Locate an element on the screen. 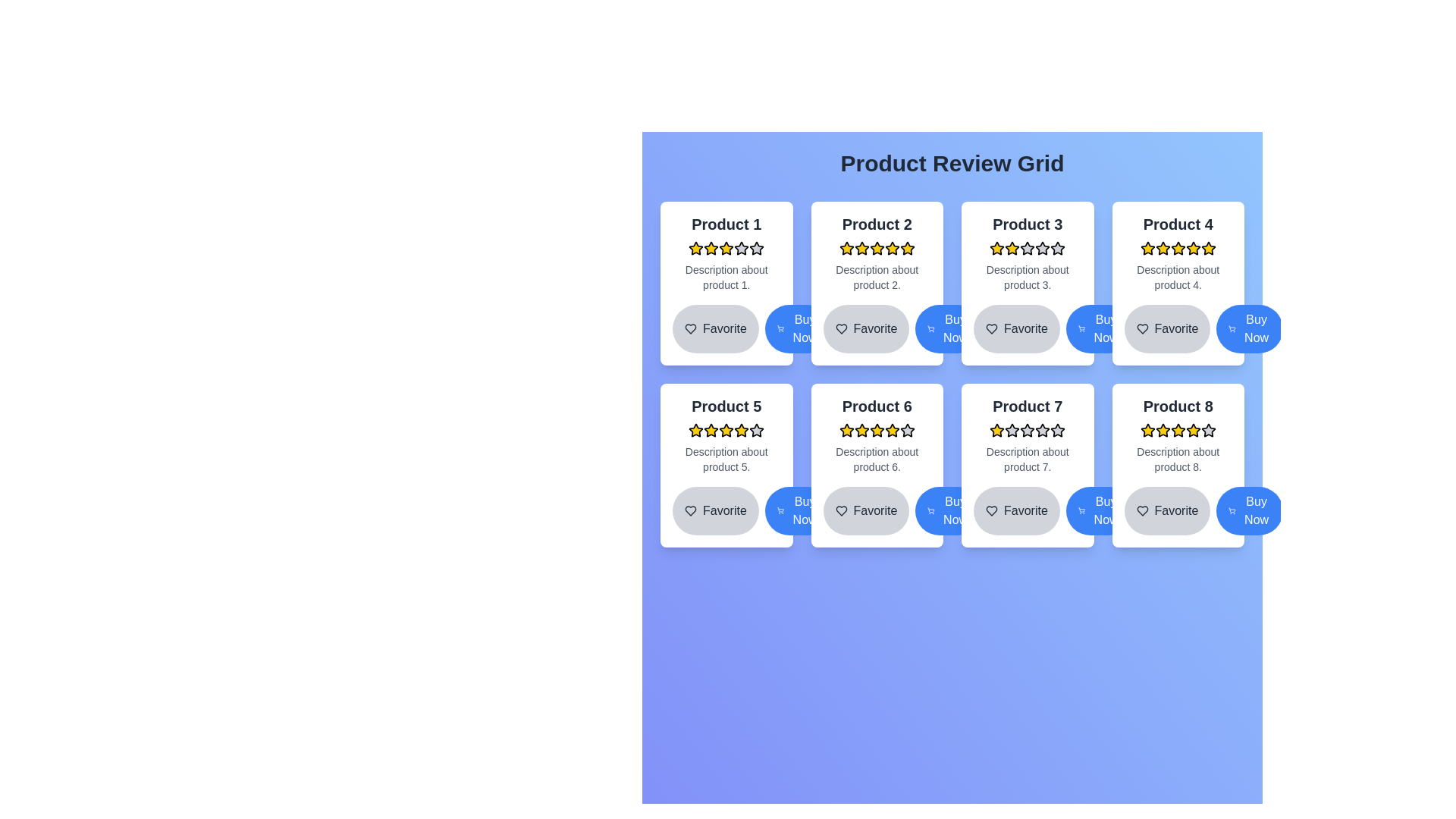  the first rating star for 'Product 3' to associate it with the product's overall rating is located at coordinates (997, 247).